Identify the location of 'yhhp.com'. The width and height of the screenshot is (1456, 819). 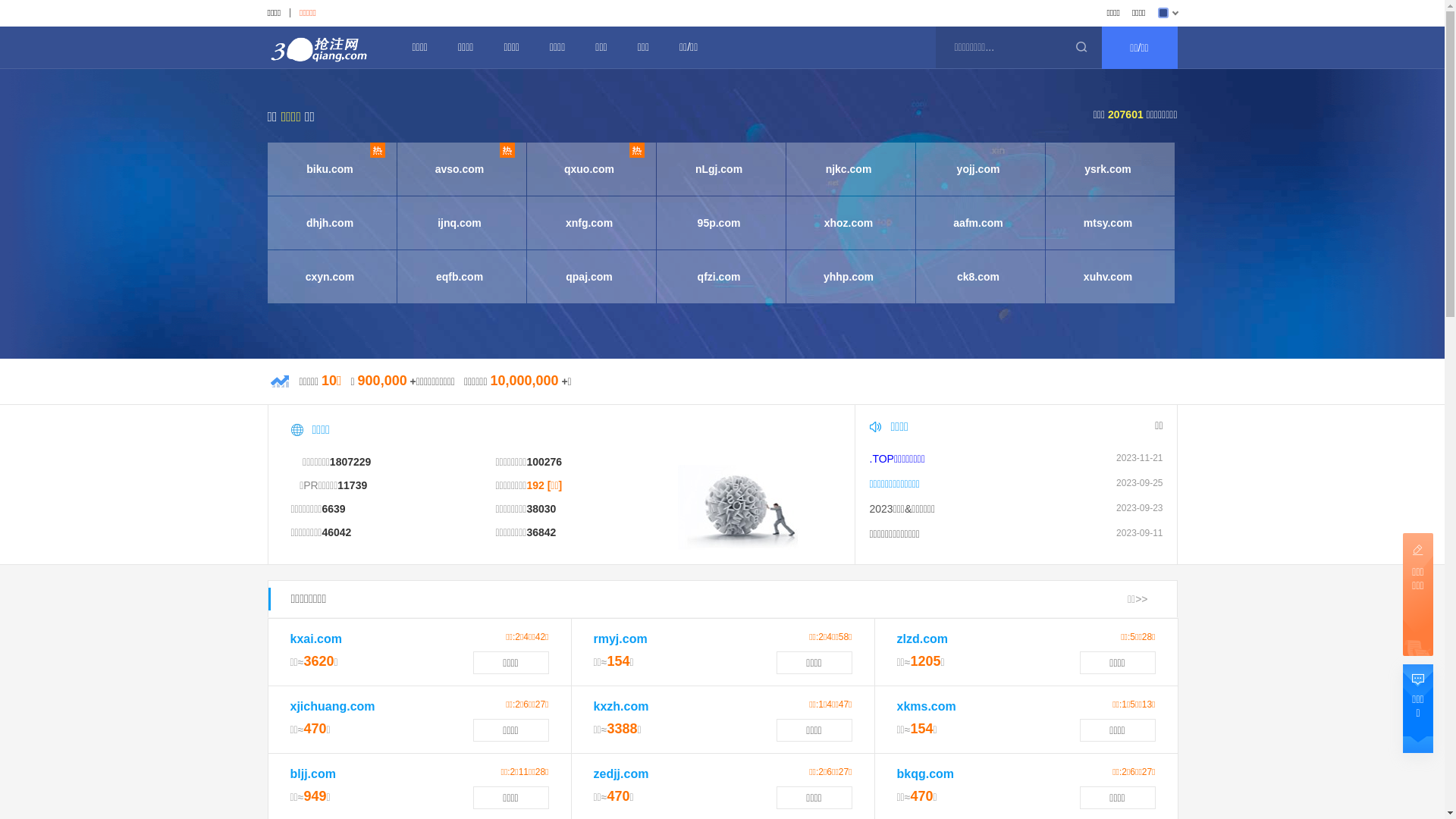
(792, 277).